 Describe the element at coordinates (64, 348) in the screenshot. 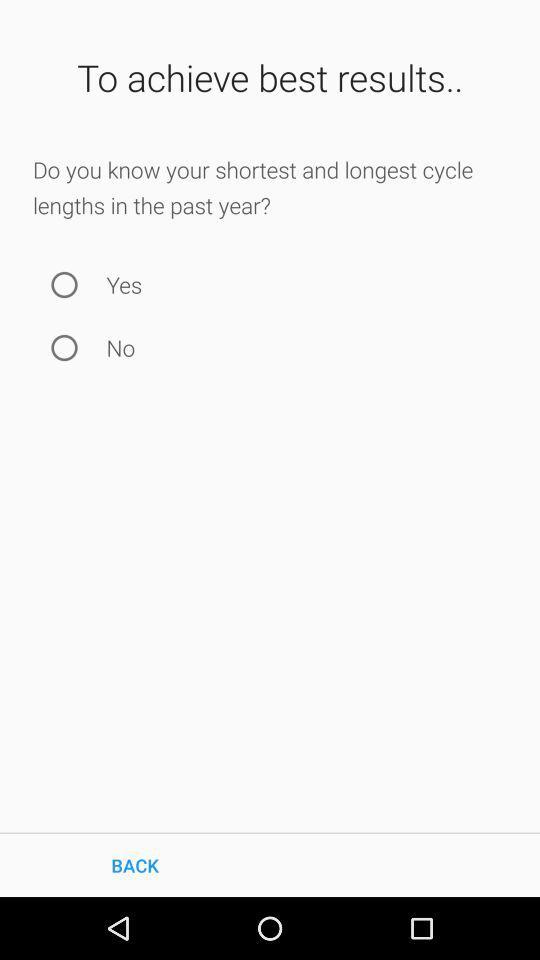

I see `select no` at that location.